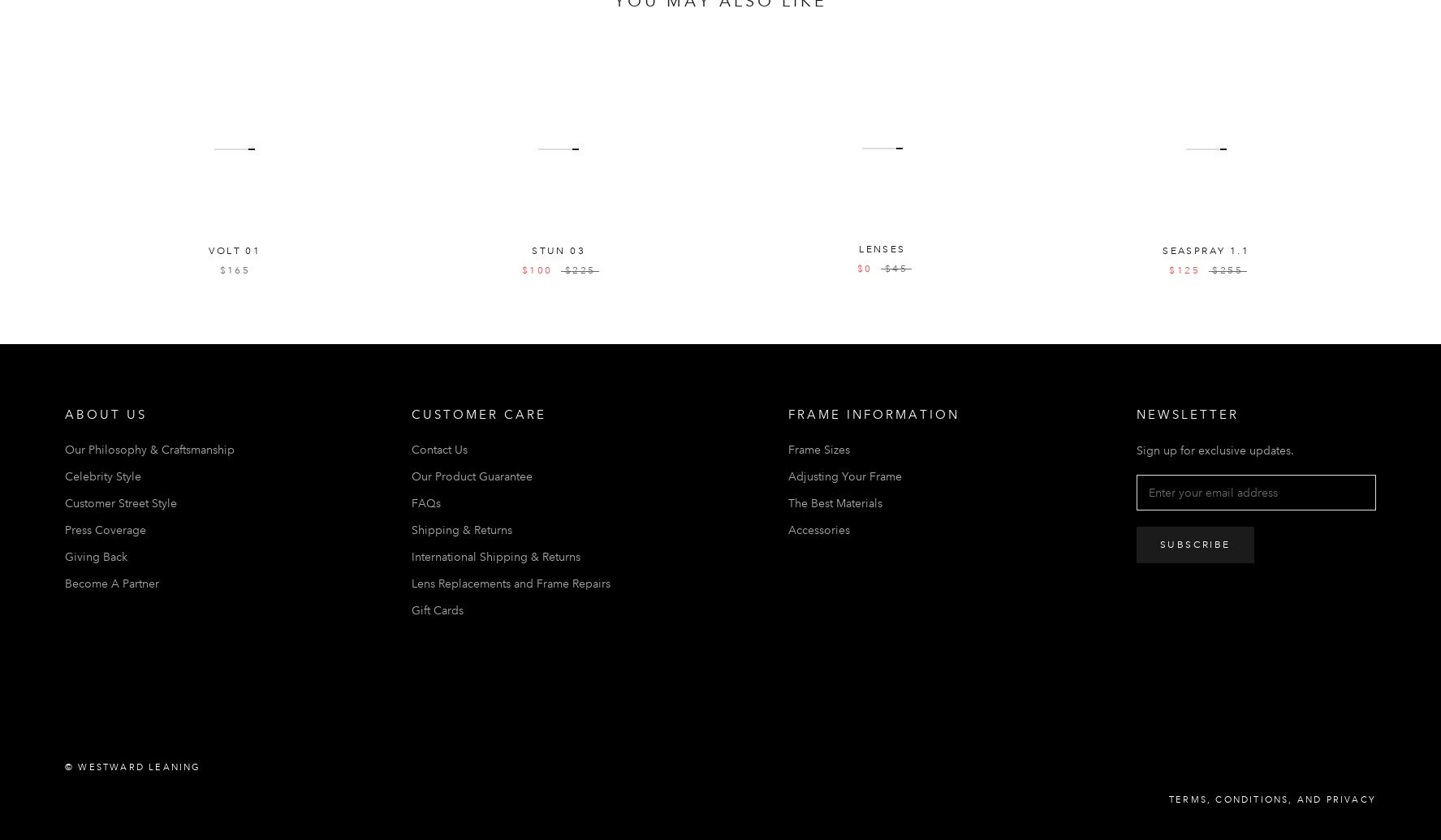 Image resolution: width=1441 pixels, height=840 pixels. Describe the element at coordinates (120, 502) in the screenshot. I see `'Customer Street Style'` at that location.